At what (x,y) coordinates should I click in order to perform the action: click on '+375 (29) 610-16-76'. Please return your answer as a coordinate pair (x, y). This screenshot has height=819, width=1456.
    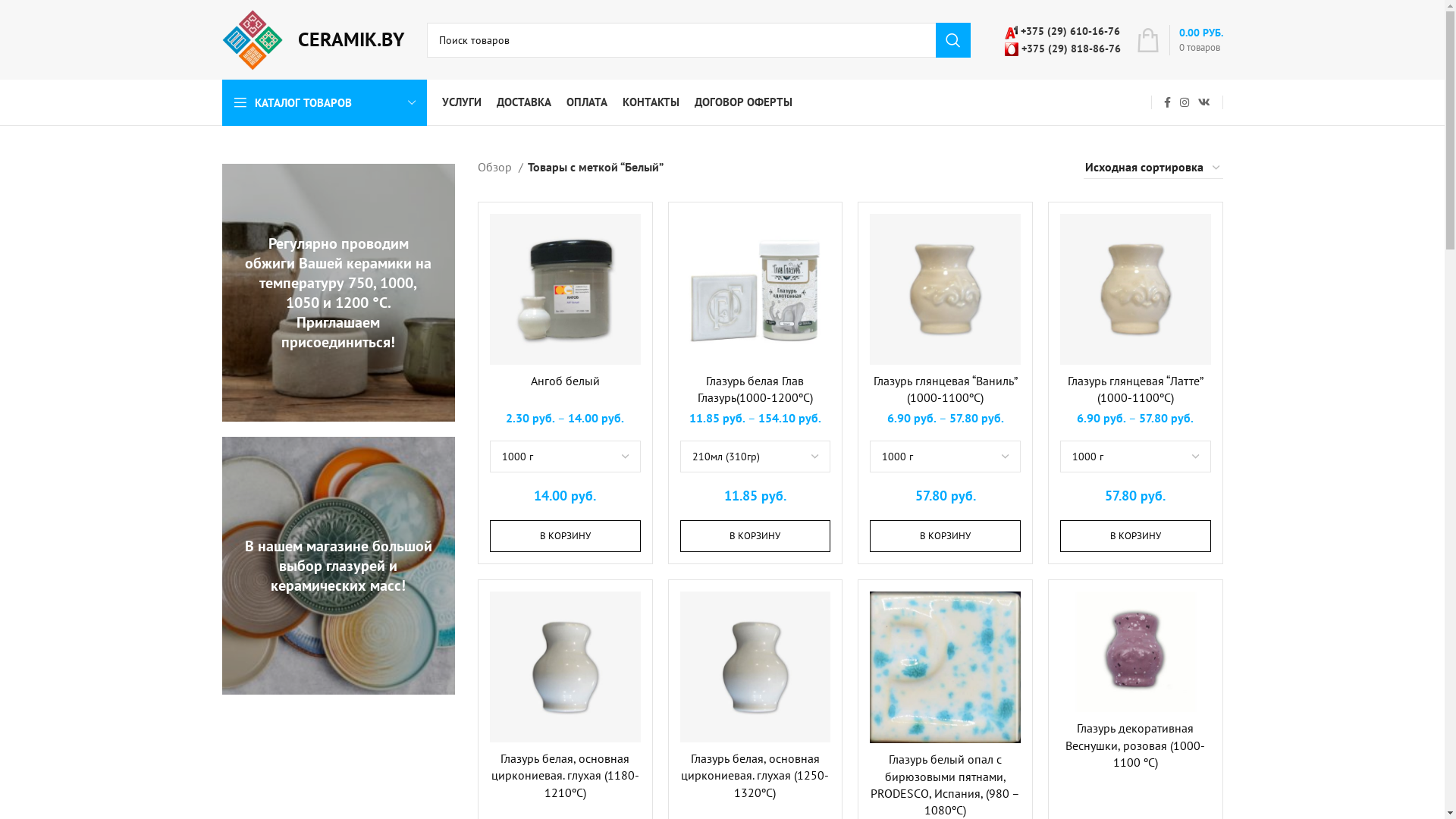
    Looking at the image, I should click on (1004, 31).